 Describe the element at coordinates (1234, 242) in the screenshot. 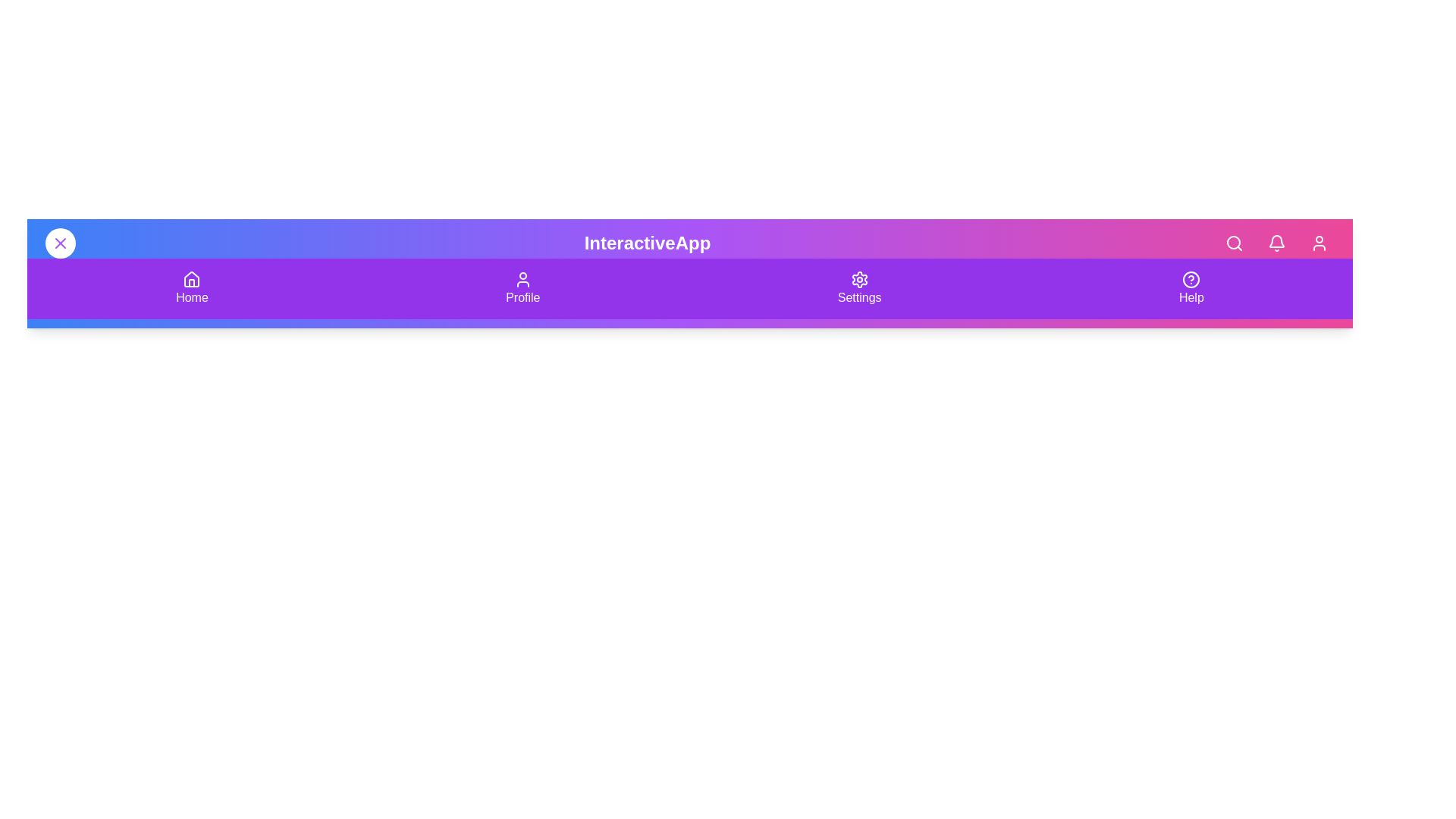

I see `the search button in the navigation bar` at that location.